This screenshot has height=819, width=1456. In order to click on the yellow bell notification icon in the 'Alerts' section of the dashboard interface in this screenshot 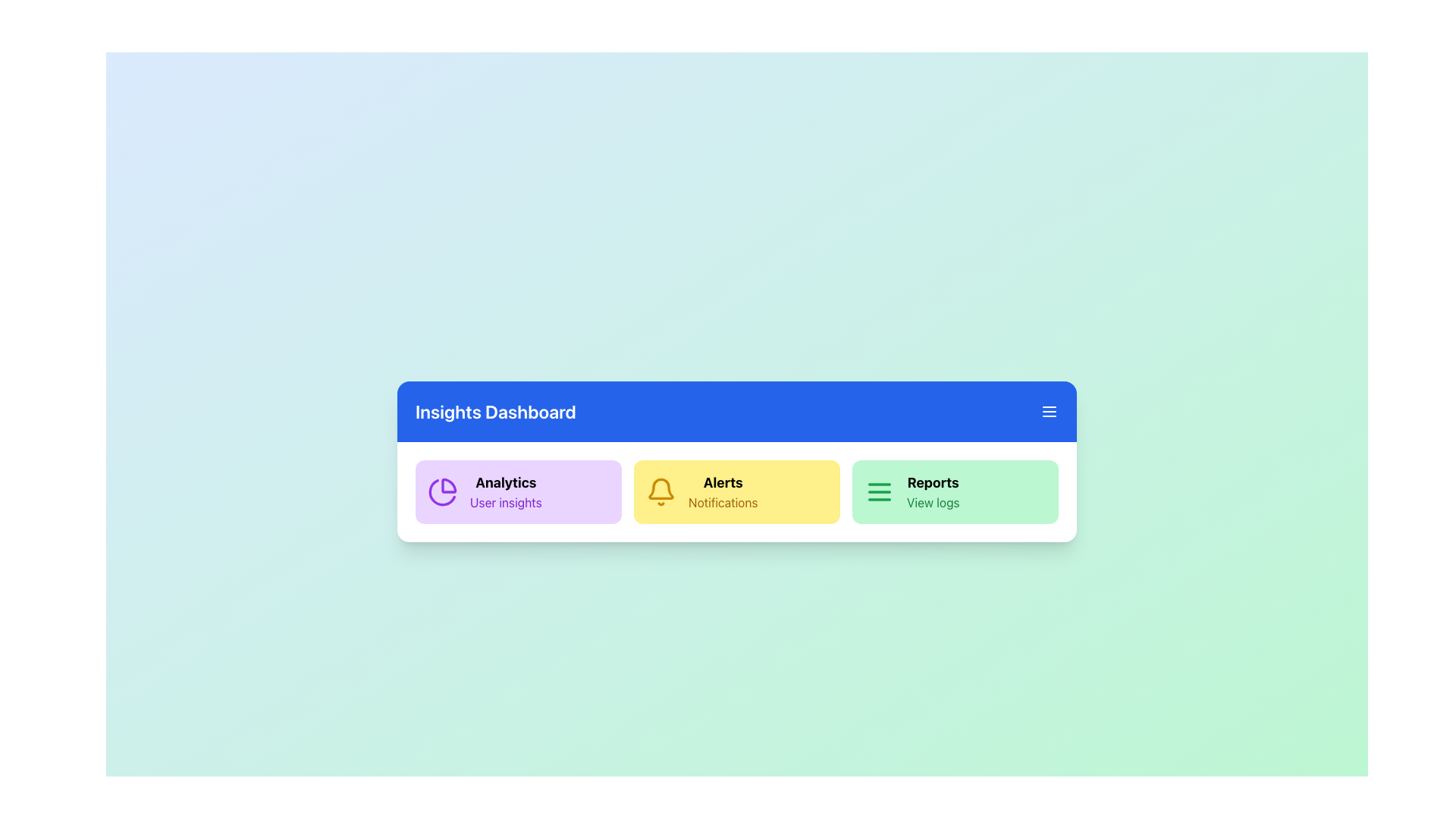, I will do `click(661, 488)`.